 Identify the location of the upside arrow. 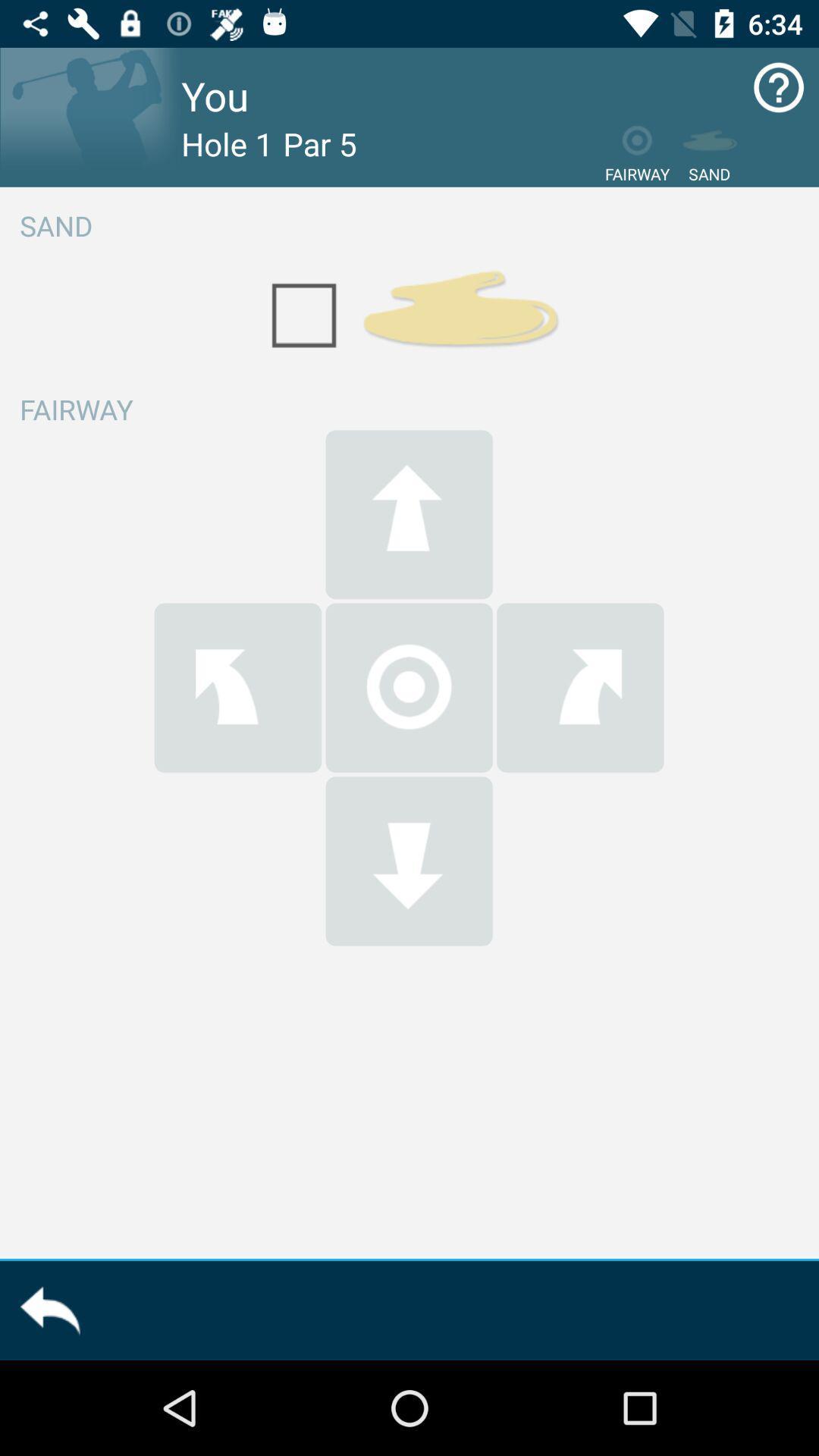
(409, 514).